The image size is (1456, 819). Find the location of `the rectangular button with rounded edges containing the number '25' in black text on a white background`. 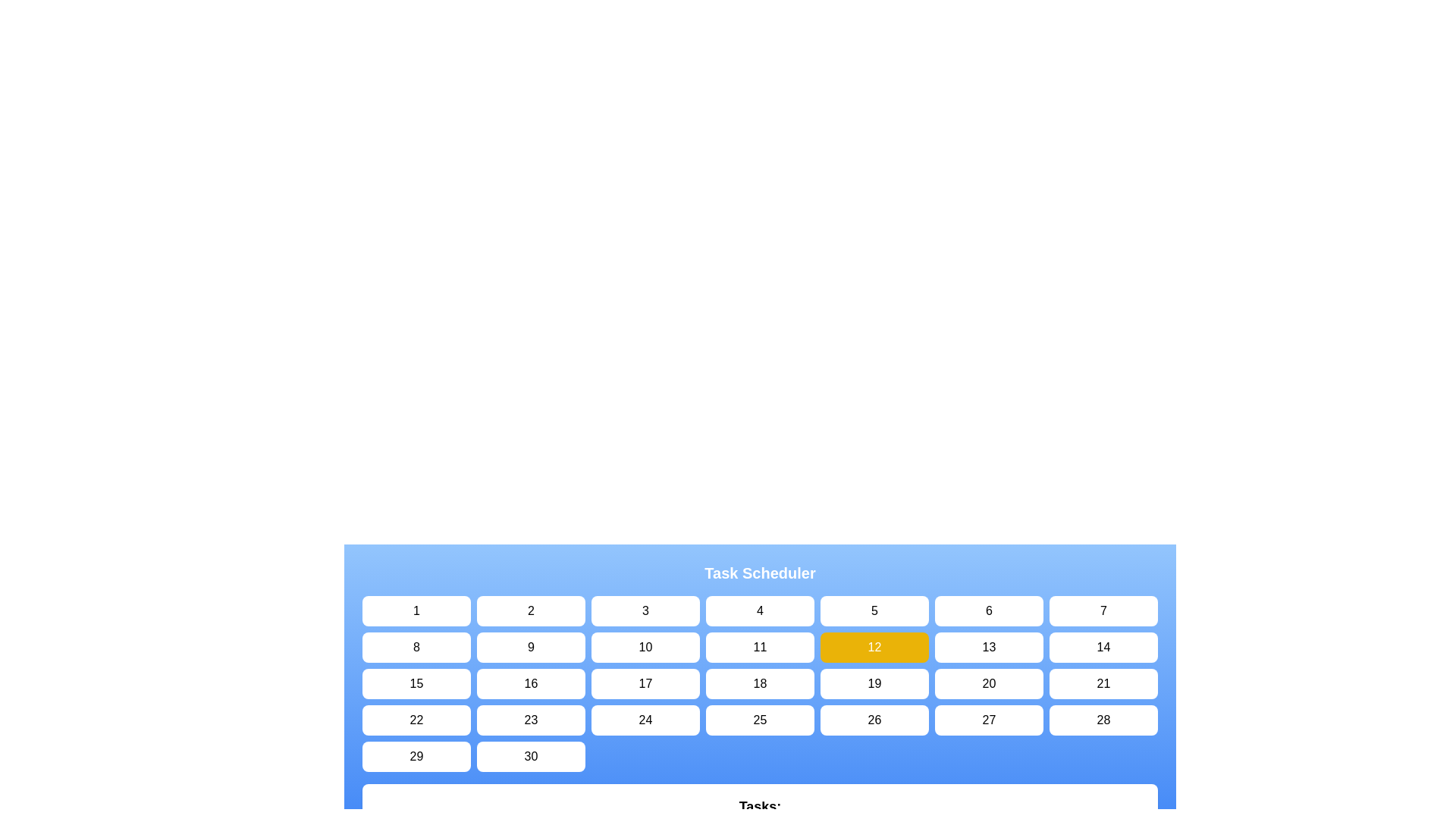

the rectangular button with rounded edges containing the number '25' in black text on a white background is located at coordinates (760, 719).